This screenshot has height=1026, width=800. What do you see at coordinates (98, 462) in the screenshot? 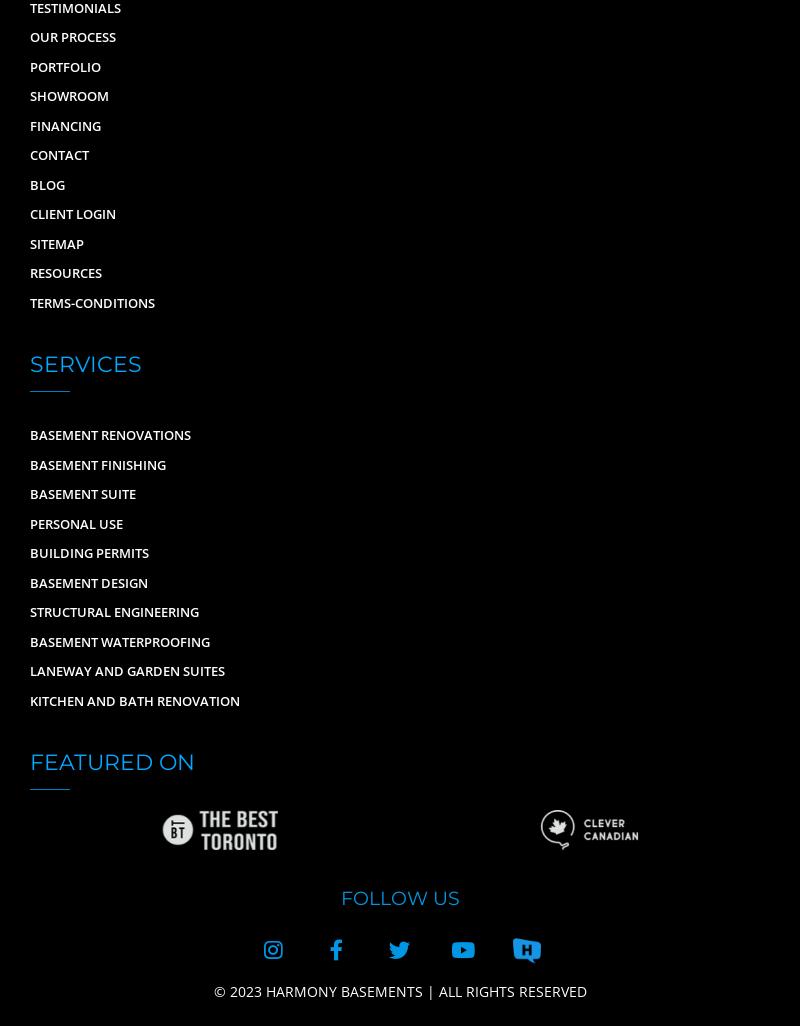
I see `'Basement Finishing'` at bounding box center [98, 462].